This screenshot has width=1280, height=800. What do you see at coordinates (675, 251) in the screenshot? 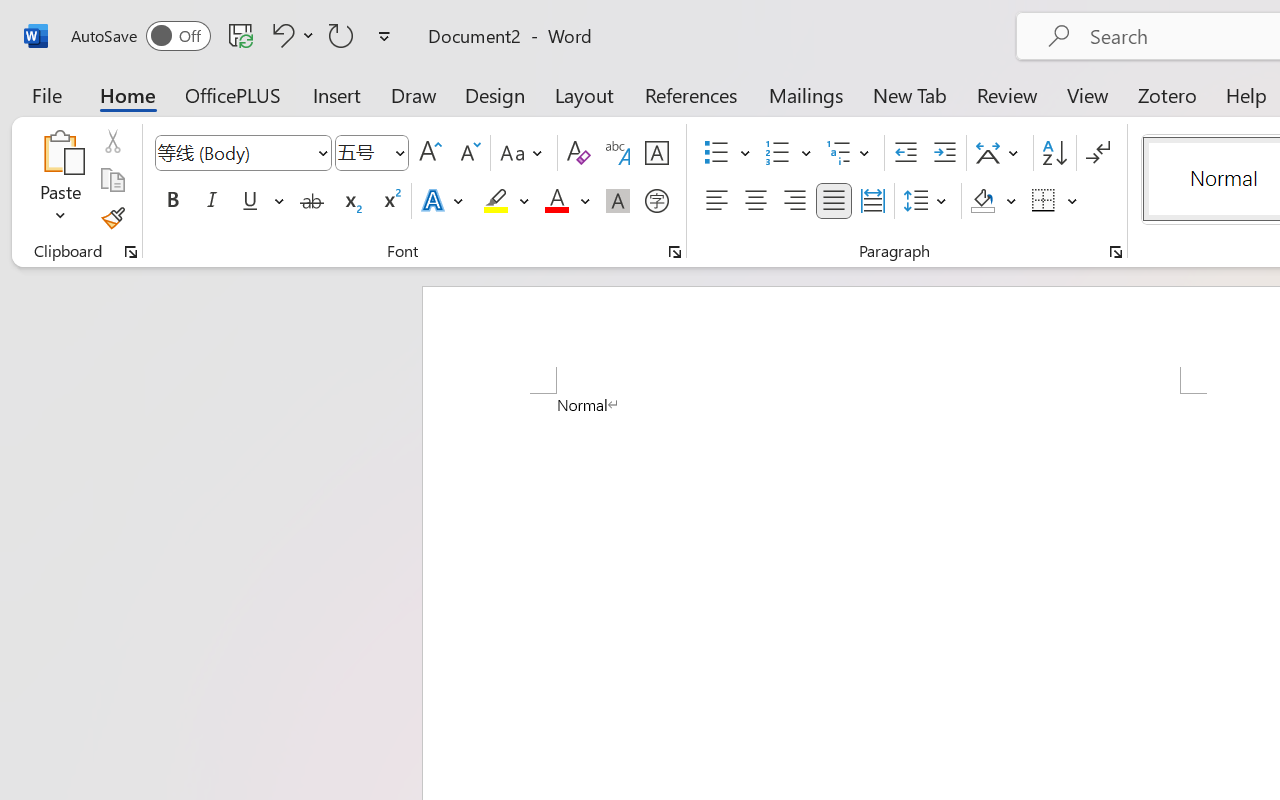
I see `'Font...'` at bounding box center [675, 251].